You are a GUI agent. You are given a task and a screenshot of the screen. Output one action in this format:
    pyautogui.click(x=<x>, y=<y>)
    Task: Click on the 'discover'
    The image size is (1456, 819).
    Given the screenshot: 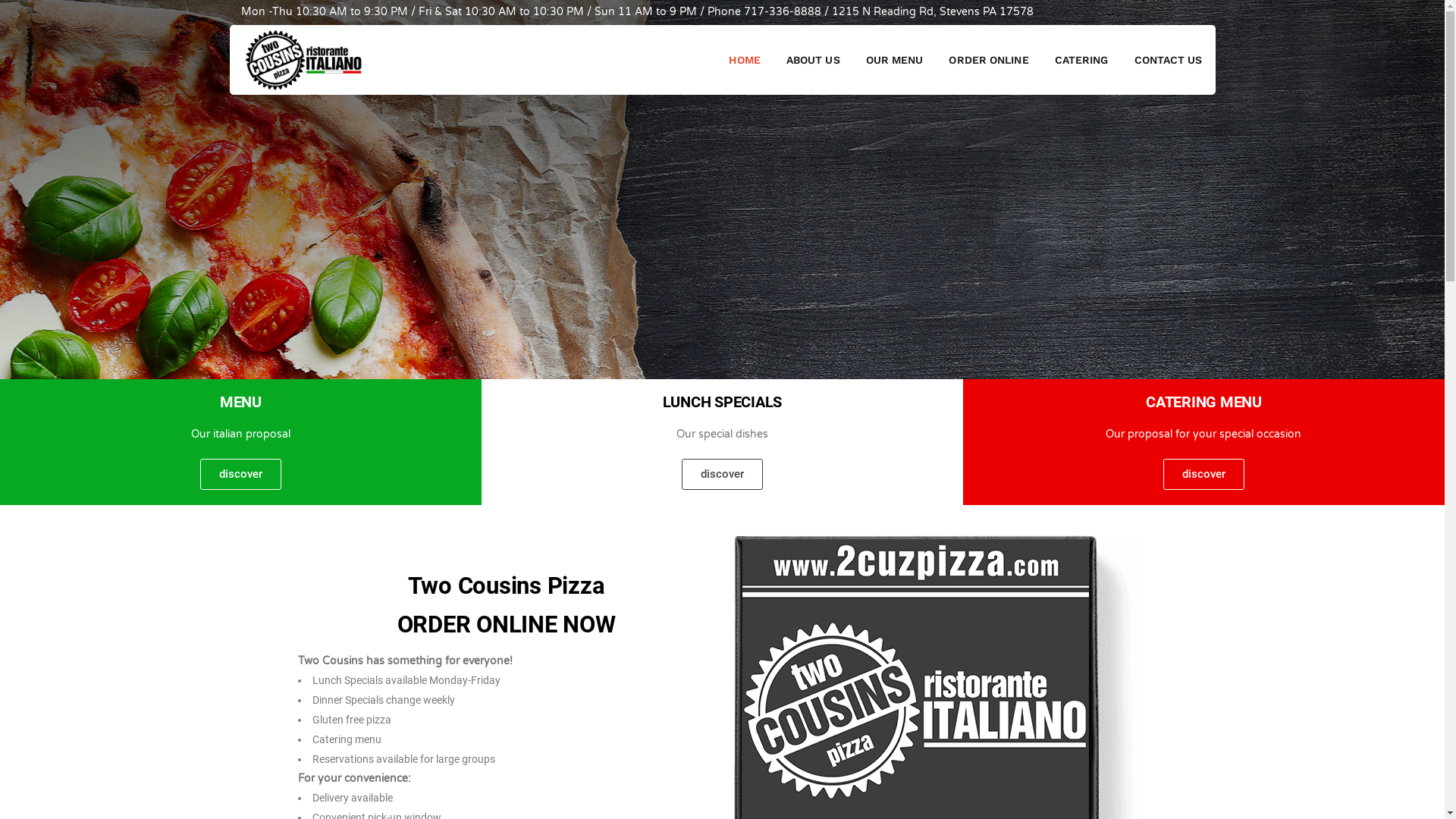 What is the action you would take?
    pyautogui.click(x=721, y=473)
    